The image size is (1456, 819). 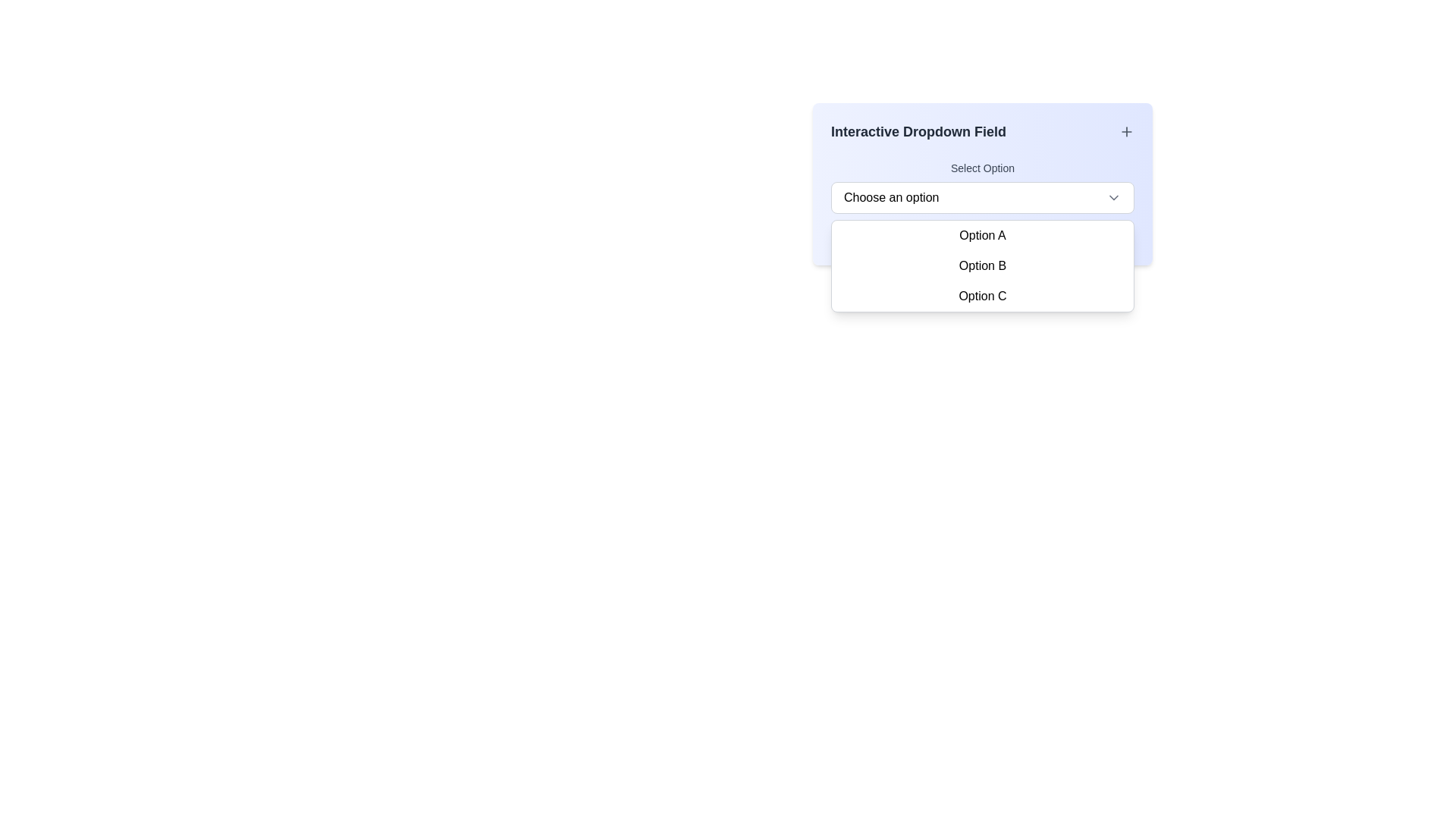 I want to click on the option in the dropdown menu located below the label 'Select Option' in the 'Interactive Dropdown Field', so click(x=983, y=275).